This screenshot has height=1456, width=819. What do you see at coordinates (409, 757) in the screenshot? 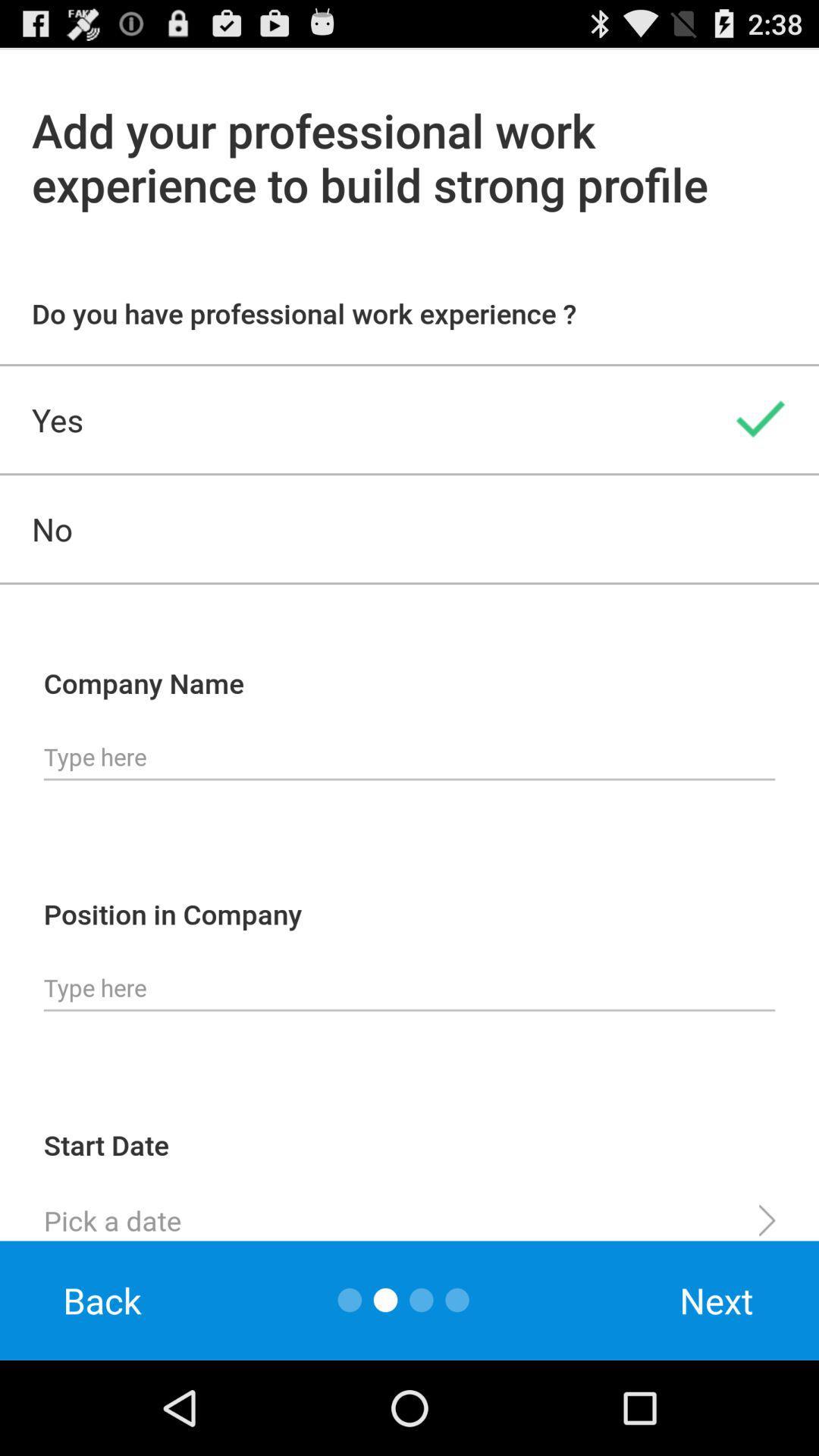
I see `fill in the company name` at bounding box center [409, 757].